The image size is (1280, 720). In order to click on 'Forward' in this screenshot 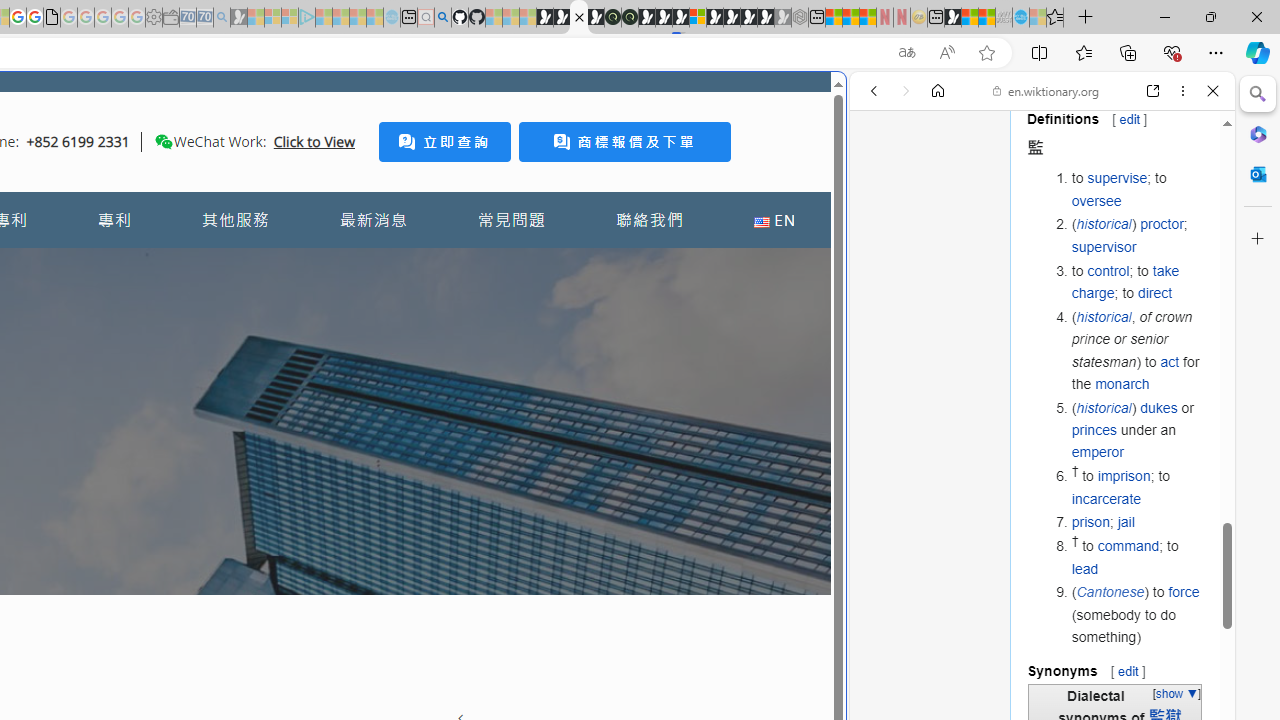, I will do `click(905, 91)`.